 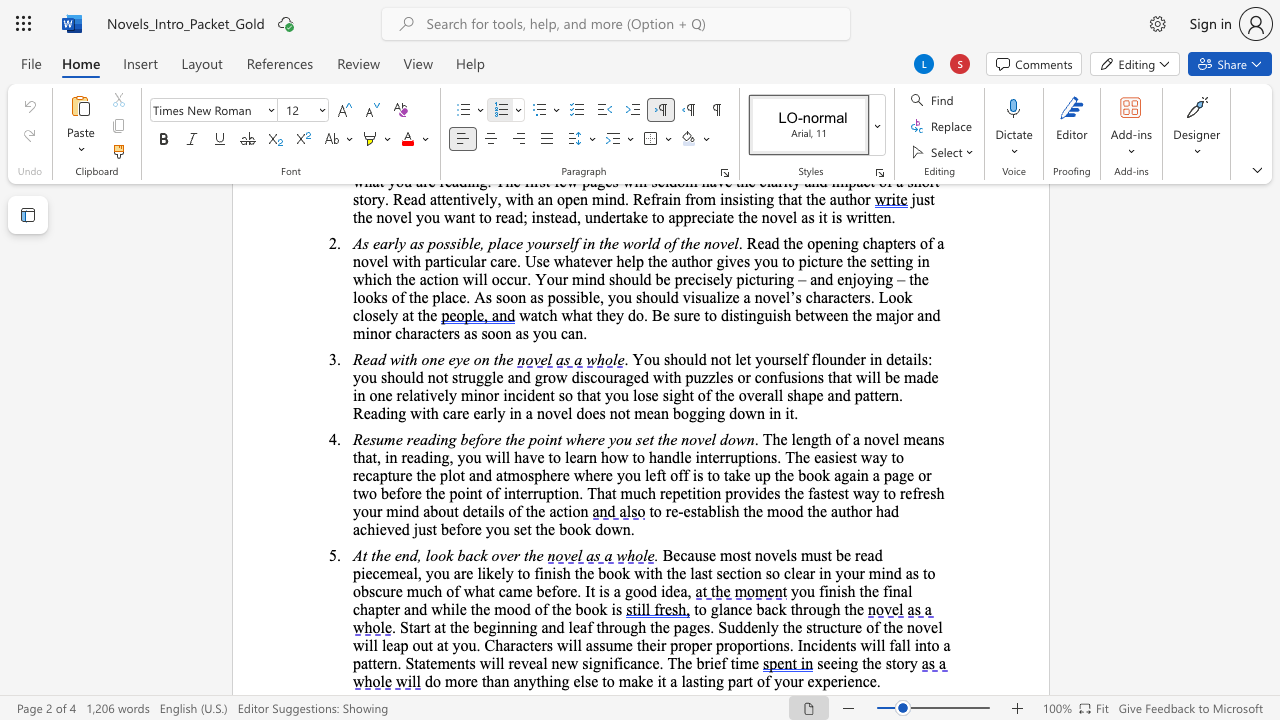 What do you see at coordinates (372, 510) in the screenshot?
I see `the 1th character "u" in the text` at bounding box center [372, 510].